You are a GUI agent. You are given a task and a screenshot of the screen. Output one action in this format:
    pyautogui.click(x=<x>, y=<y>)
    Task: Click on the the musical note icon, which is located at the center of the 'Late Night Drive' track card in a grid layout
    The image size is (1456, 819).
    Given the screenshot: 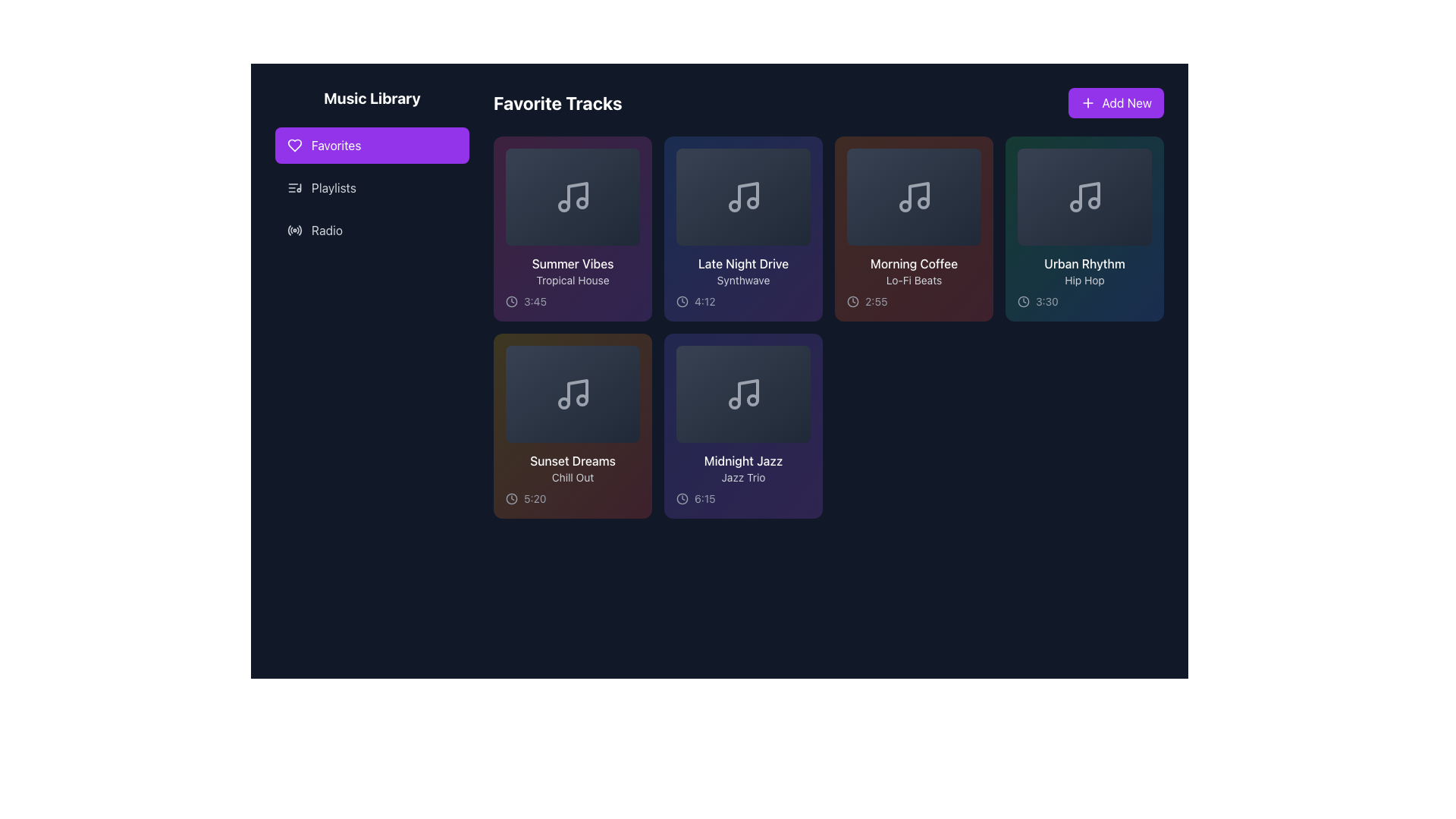 What is the action you would take?
    pyautogui.click(x=743, y=196)
    